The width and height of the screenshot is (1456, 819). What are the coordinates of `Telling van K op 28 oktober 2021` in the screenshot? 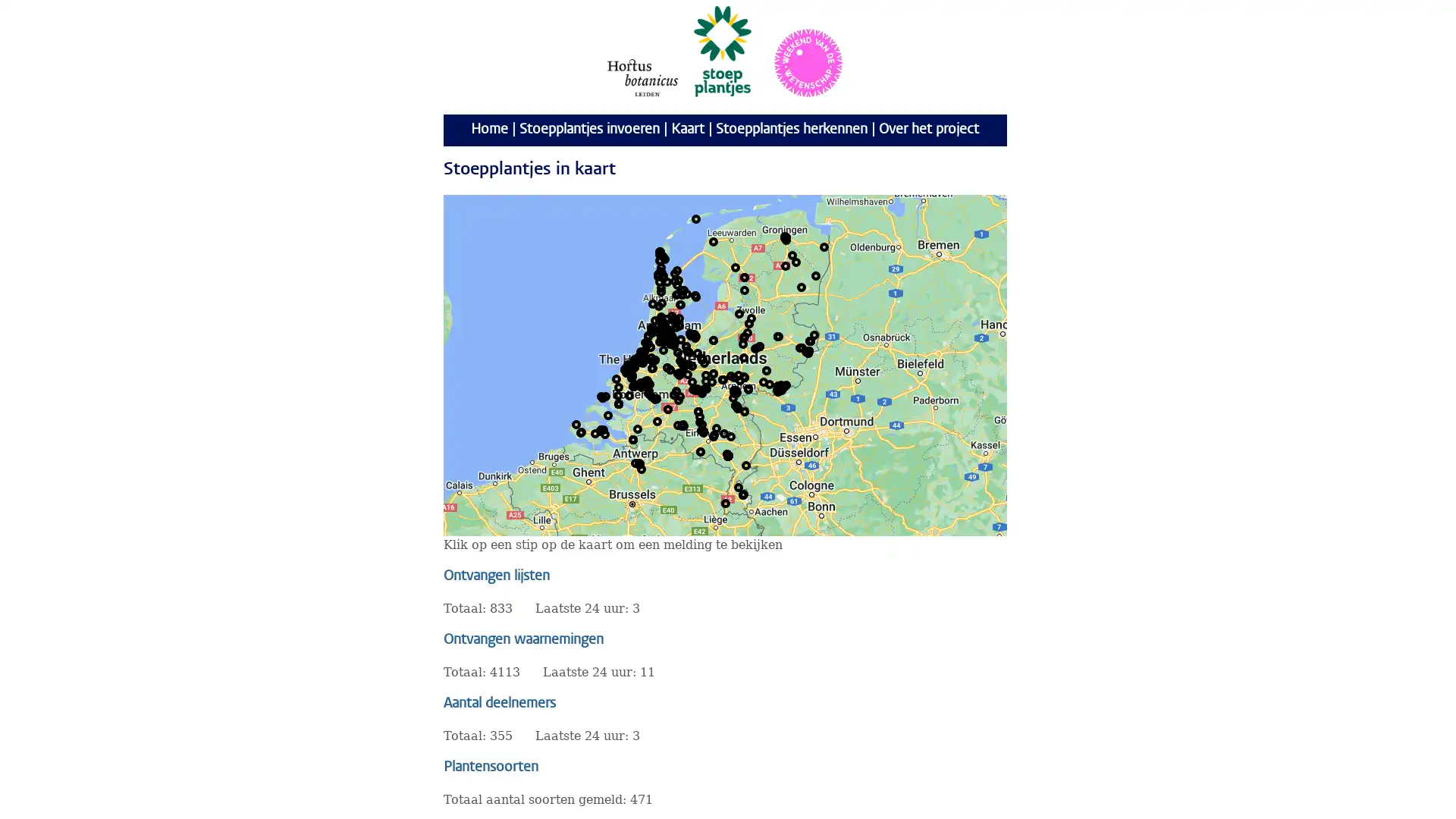 It's located at (640, 462).